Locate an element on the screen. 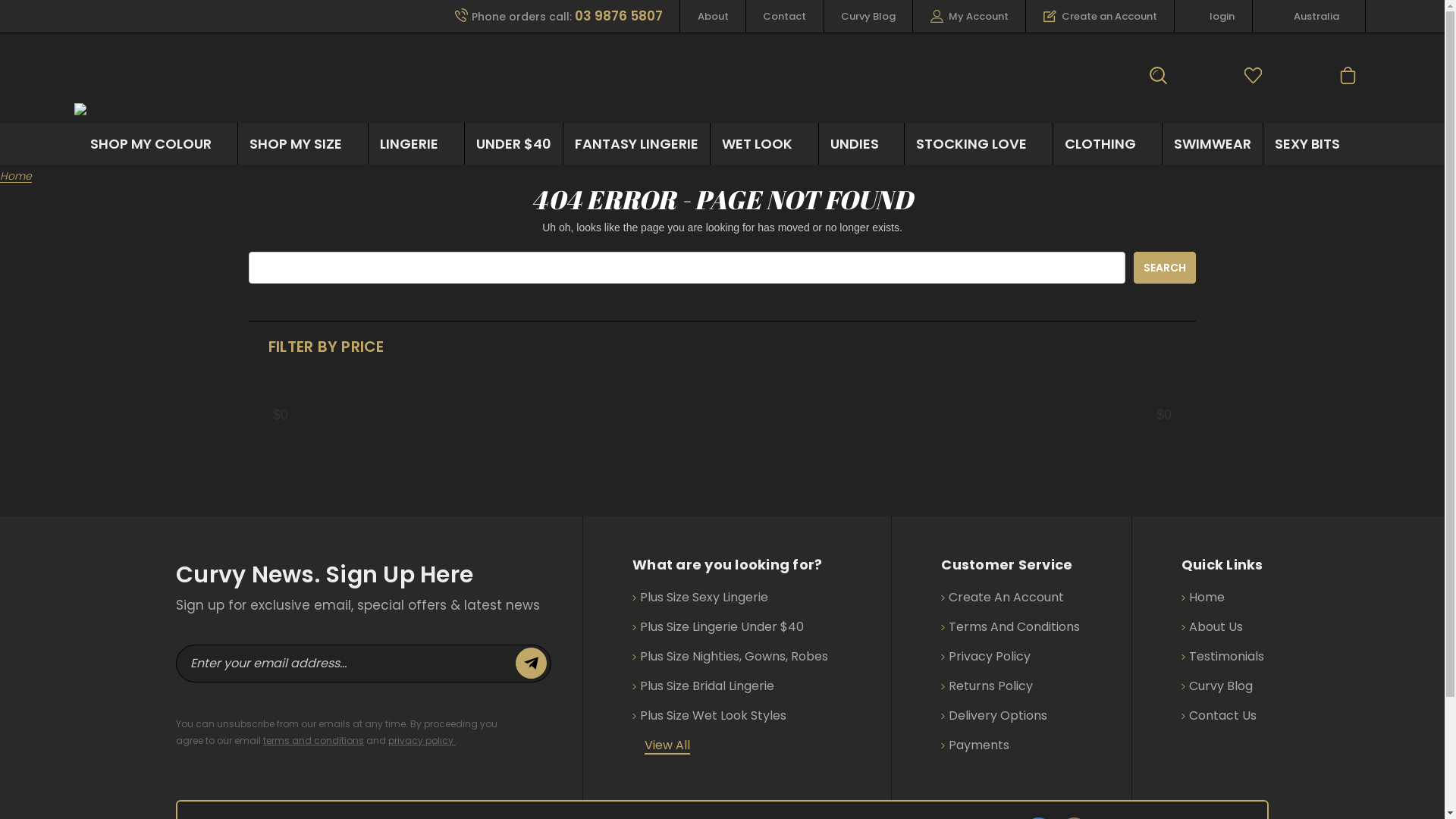 This screenshot has width=1456, height=819. 'SHOP MY SIZE' is located at coordinates (303, 143).